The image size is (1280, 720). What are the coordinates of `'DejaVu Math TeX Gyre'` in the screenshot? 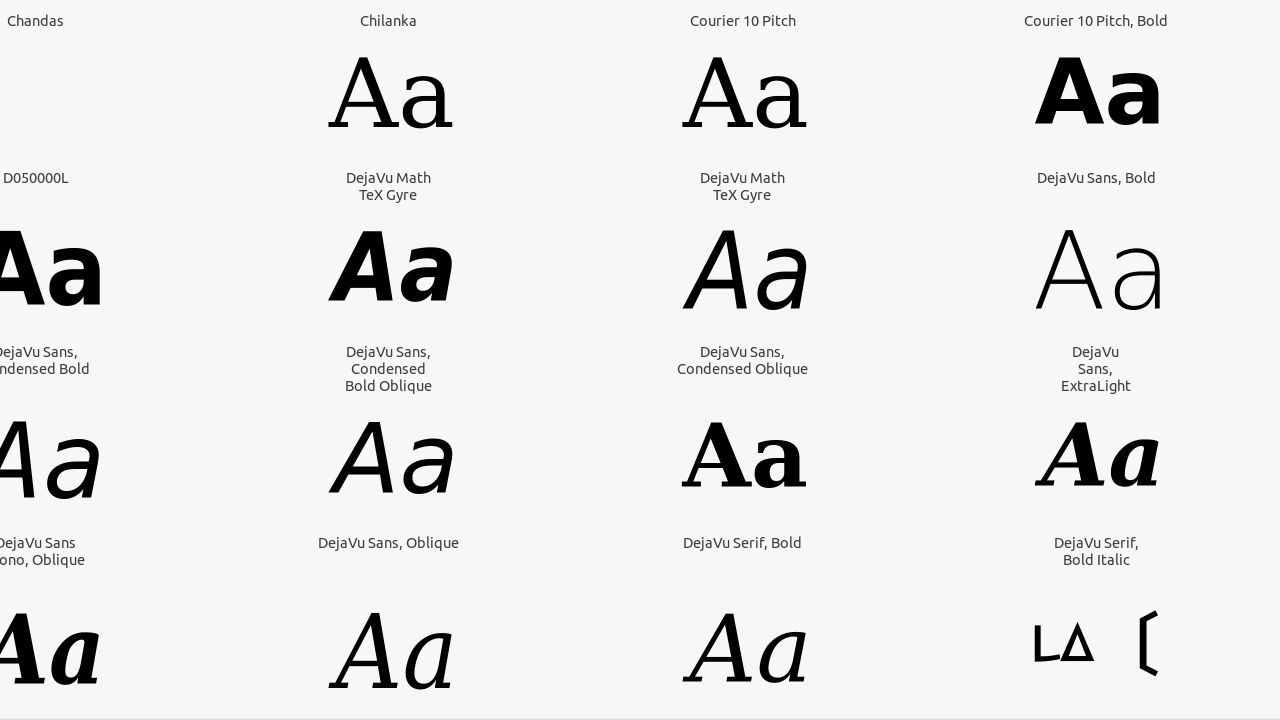 It's located at (388, 185).